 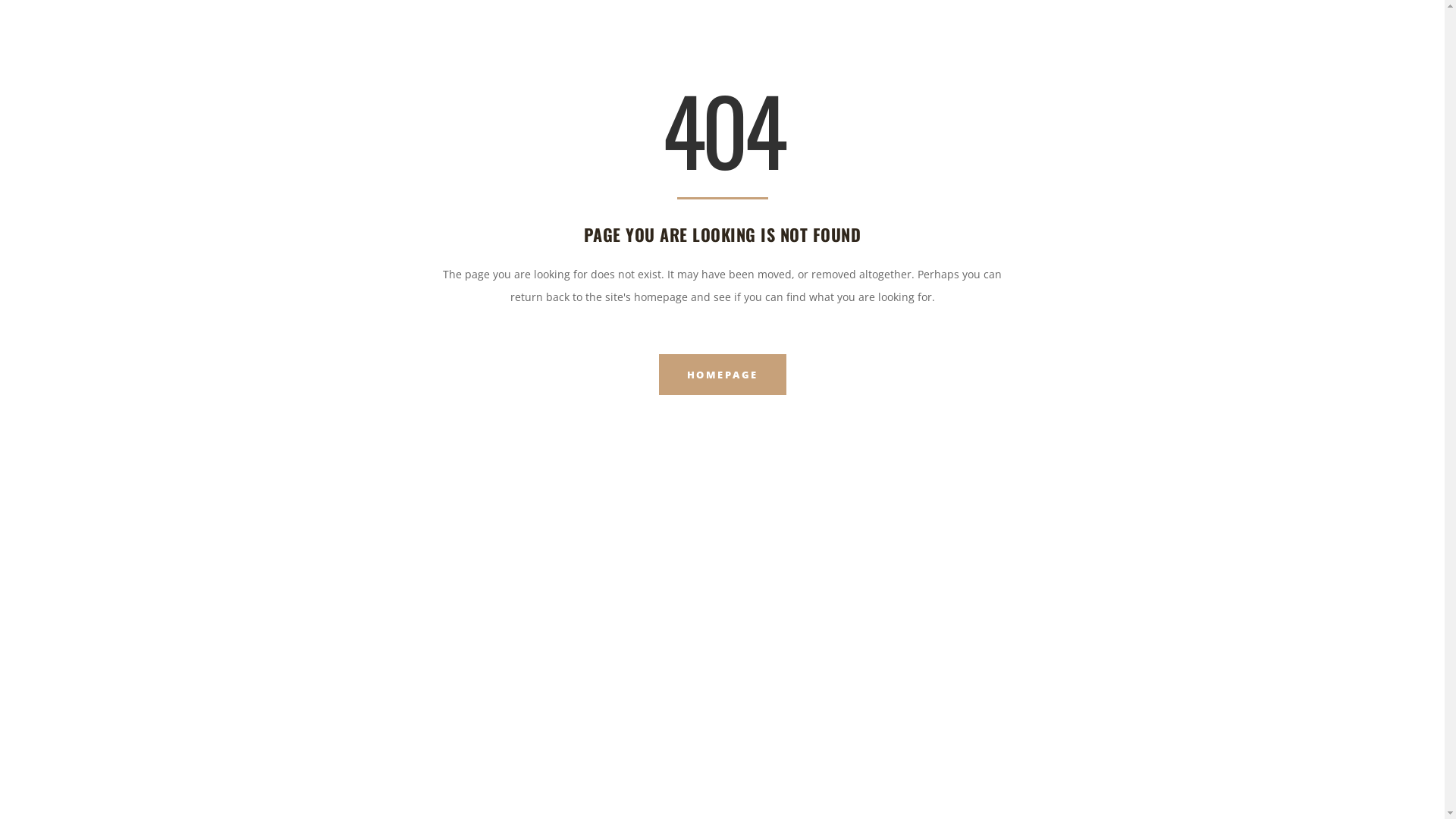 I want to click on ' ', so click(x=1410, y=26).